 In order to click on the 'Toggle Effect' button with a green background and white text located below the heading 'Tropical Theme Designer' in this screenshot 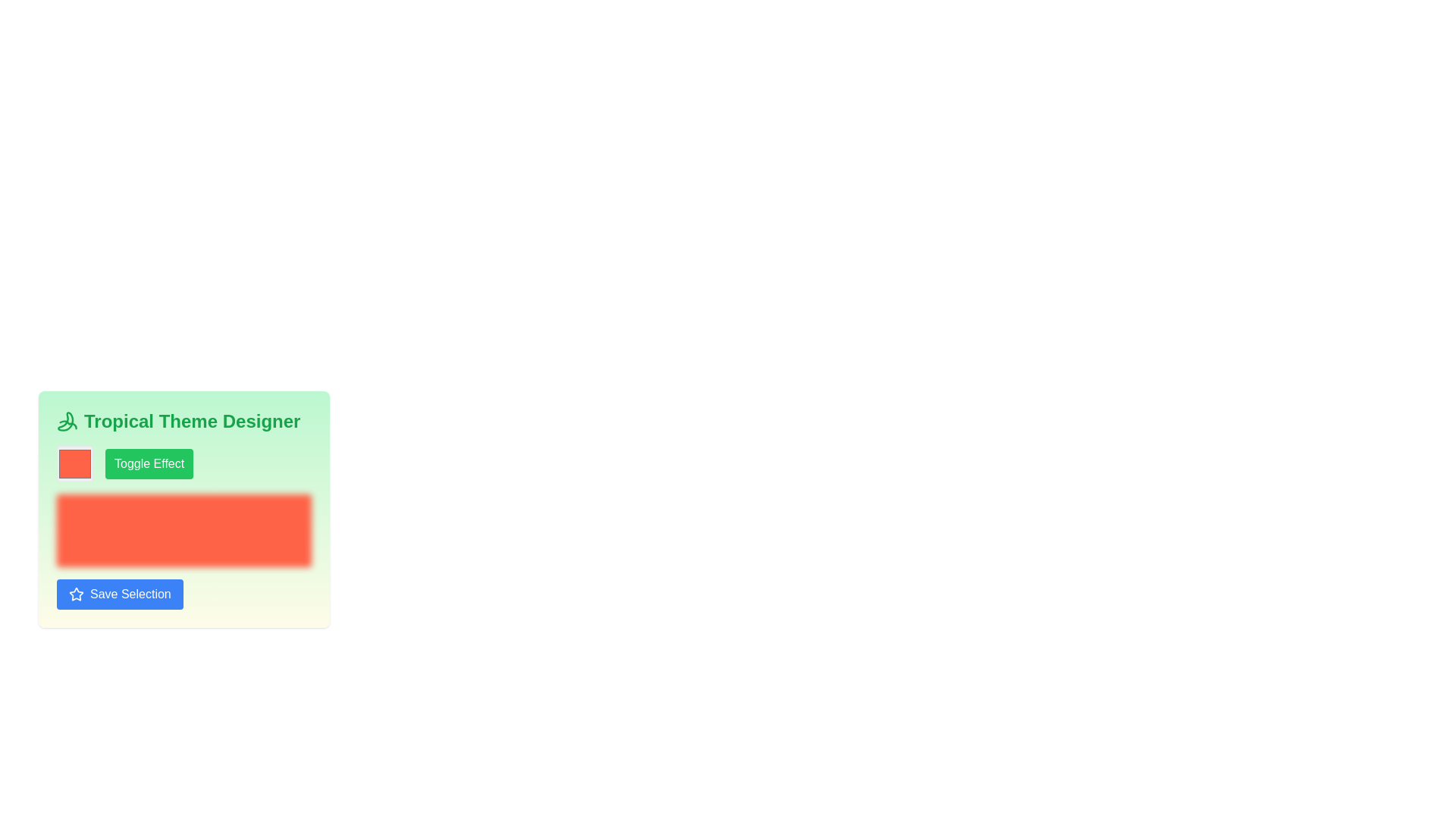, I will do `click(184, 463)`.